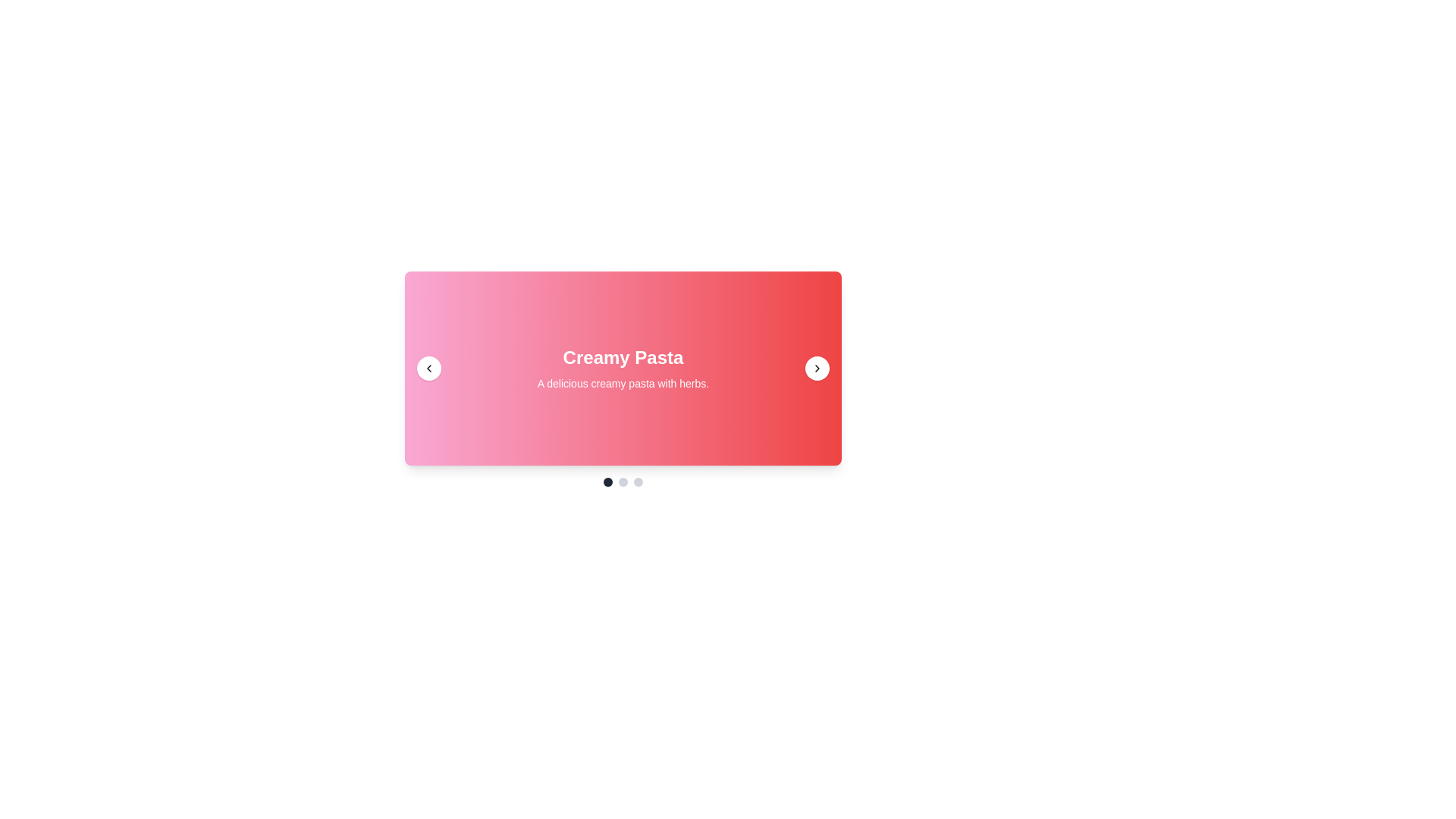 The height and width of the screenshot is (819, 1456). I want to click on the navigation icon embedded within the button, located near the left edge of the card containing 'Creamy Pasta', so click(428, 369).